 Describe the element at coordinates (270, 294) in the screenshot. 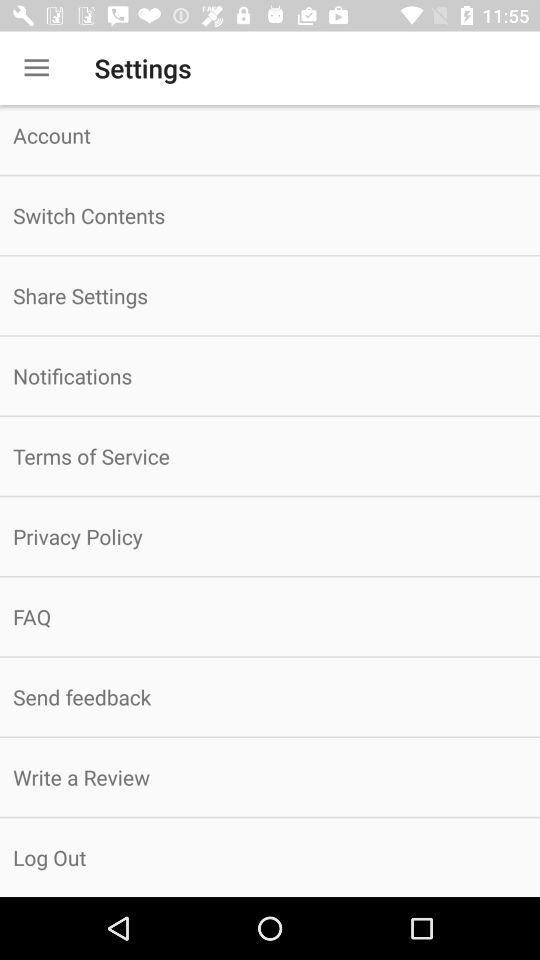

I see `icon above notifications icon` at that location.